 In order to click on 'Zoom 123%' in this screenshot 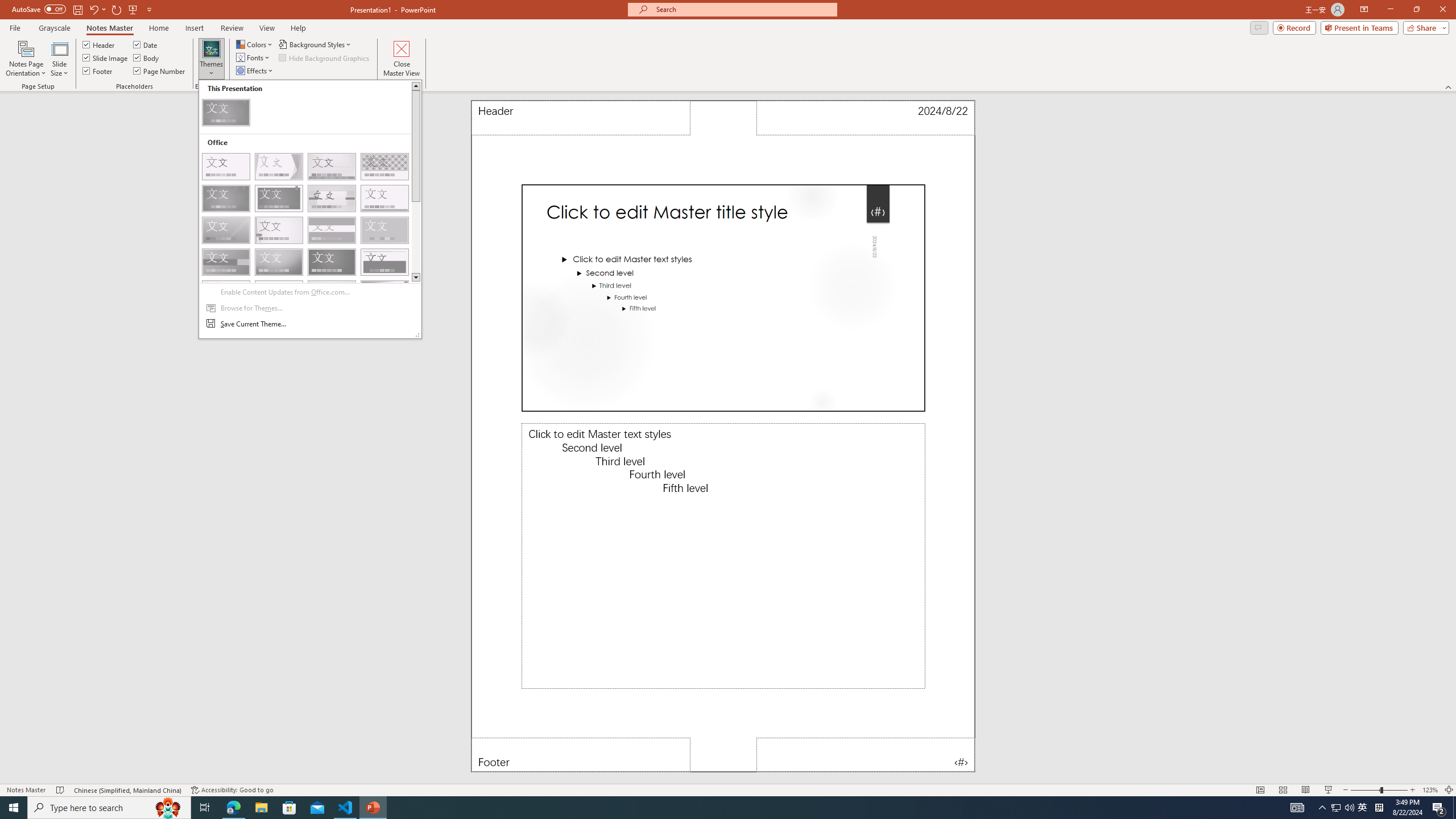, I will do `click(1430, 790)`.